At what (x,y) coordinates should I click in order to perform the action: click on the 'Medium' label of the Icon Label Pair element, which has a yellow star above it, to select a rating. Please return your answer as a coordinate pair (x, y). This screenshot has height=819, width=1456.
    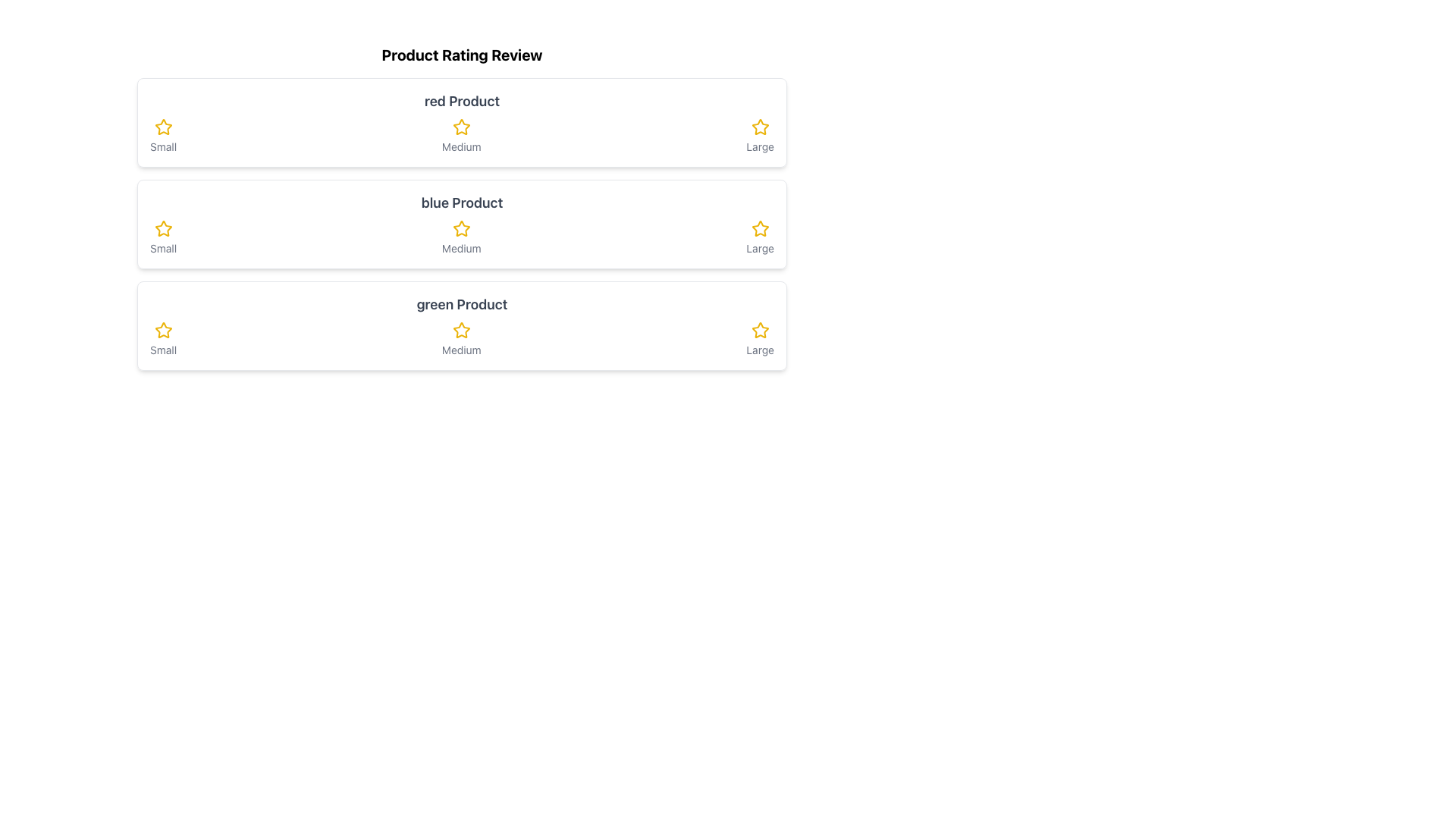
    Looking at the image, I should click on (461, 338).